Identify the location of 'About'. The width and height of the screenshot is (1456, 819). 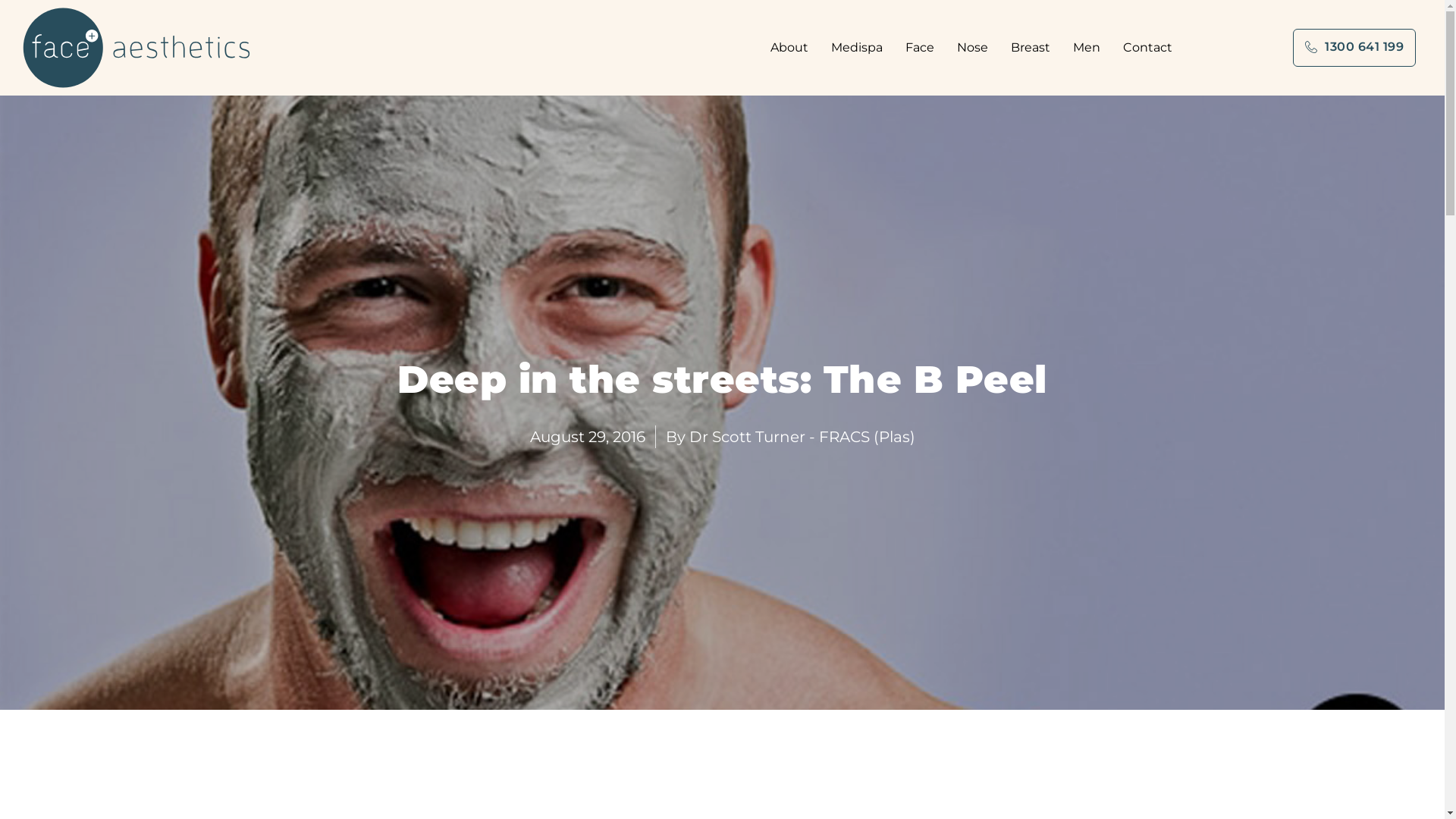
(770, 46).